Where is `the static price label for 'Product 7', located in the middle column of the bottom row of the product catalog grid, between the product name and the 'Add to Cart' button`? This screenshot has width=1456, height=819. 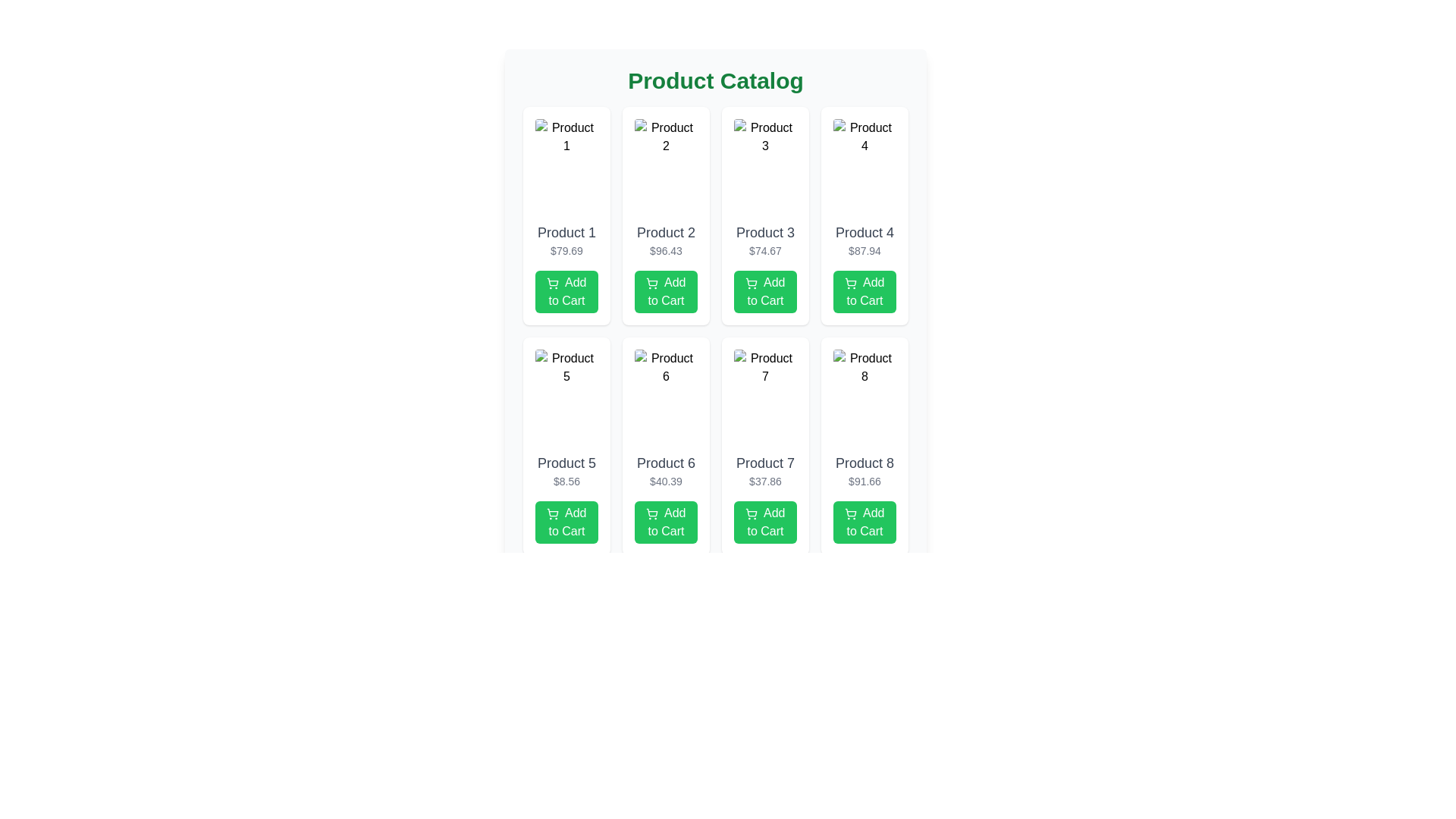 the static price label for 'Product 7', located in the middle column of the bottom row of the product catalog grid, between the product name and the 'Add to Cart' button is located at coordinates (765, 482).